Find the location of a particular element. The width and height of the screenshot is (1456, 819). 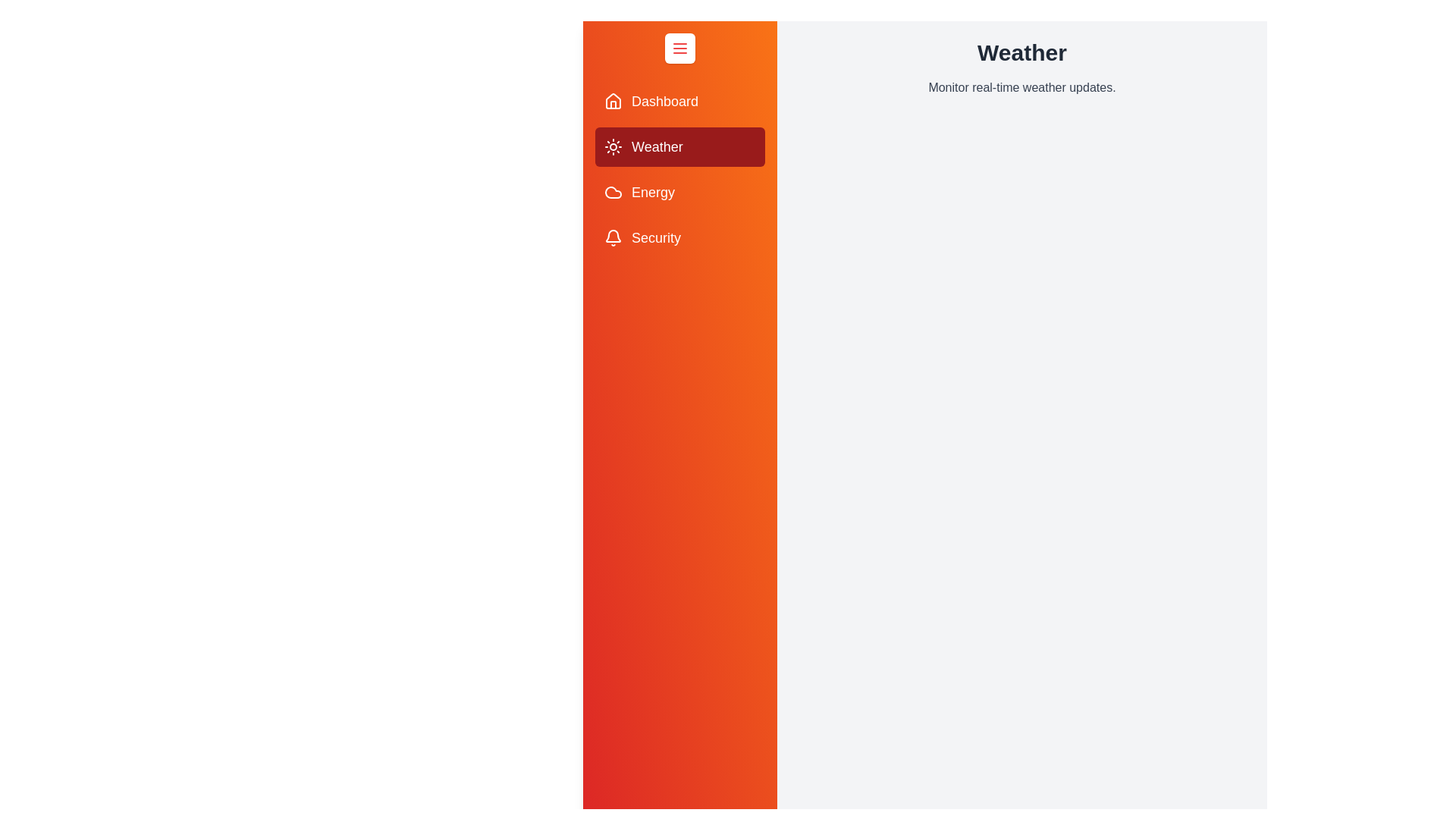

the Security section from the drawer menu is located at coordinates (679, 237).